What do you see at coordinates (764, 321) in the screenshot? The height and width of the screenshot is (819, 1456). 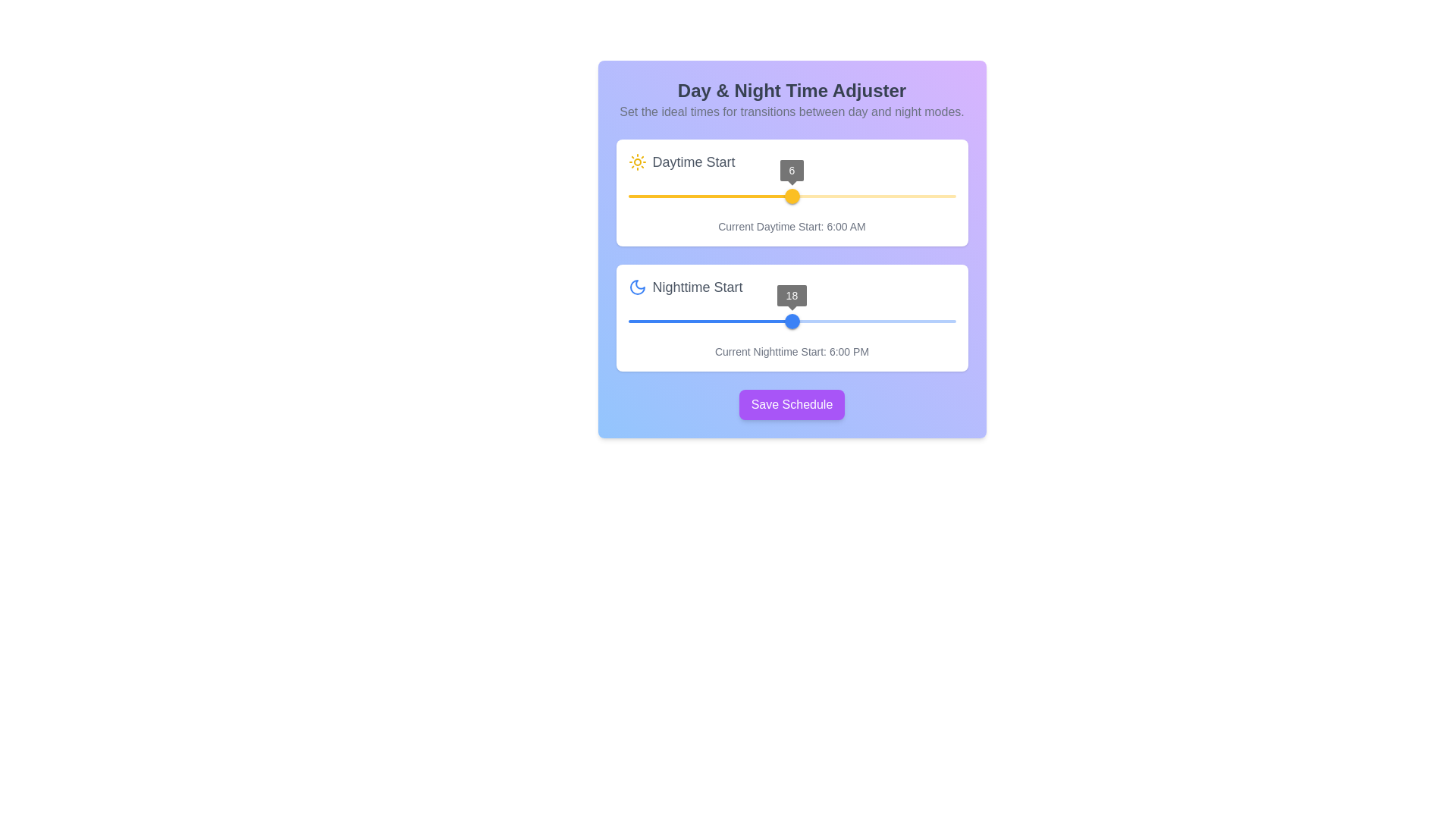 I see `the nighttime slider` at bounding box center [764, 321].